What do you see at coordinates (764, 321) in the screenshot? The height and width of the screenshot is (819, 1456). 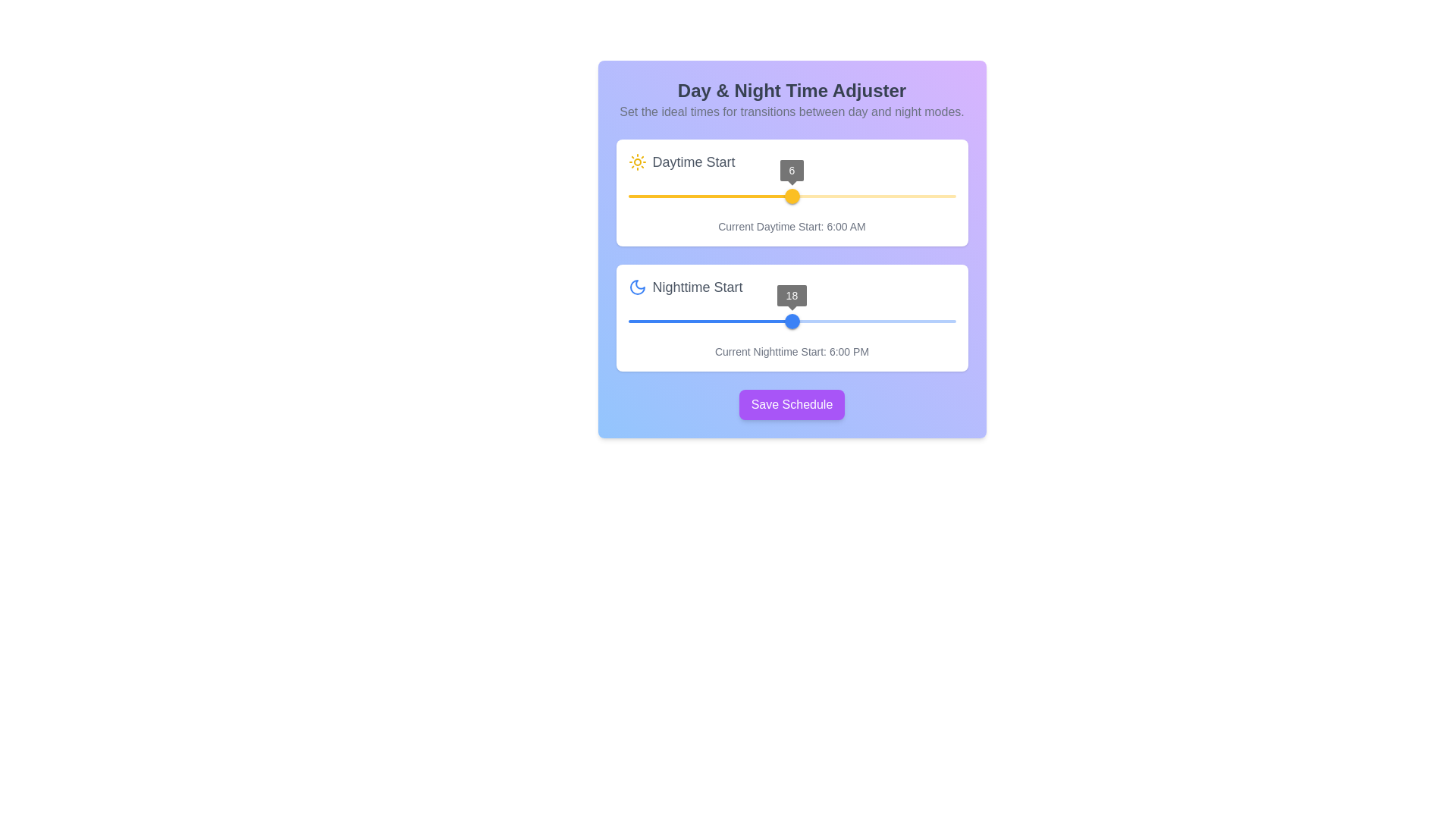 I see `the nighttime slider` at bounding box center [764, 321].